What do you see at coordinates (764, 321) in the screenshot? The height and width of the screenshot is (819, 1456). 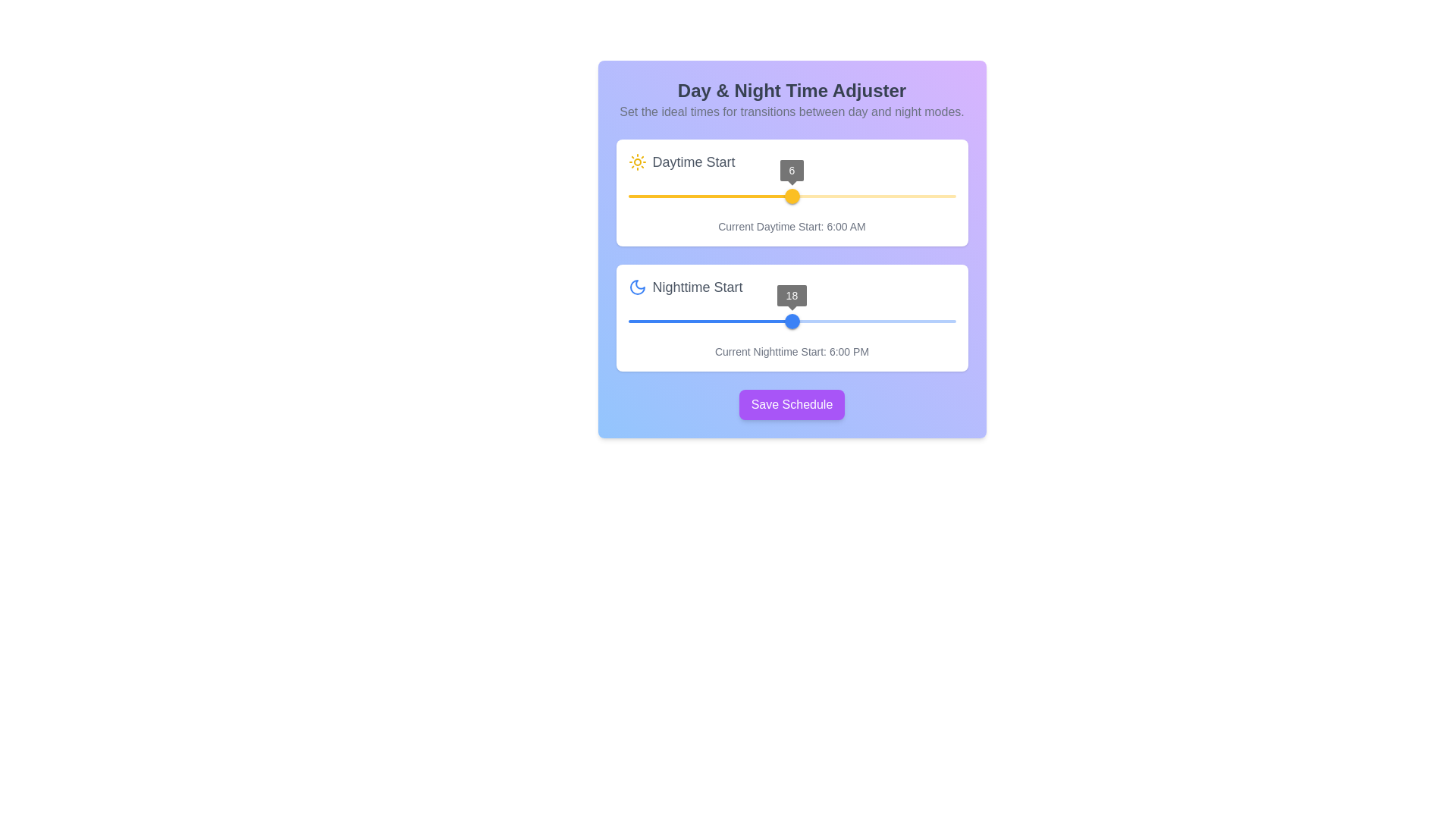 I see `the nighttime slider` at bounding box center [764, 321].